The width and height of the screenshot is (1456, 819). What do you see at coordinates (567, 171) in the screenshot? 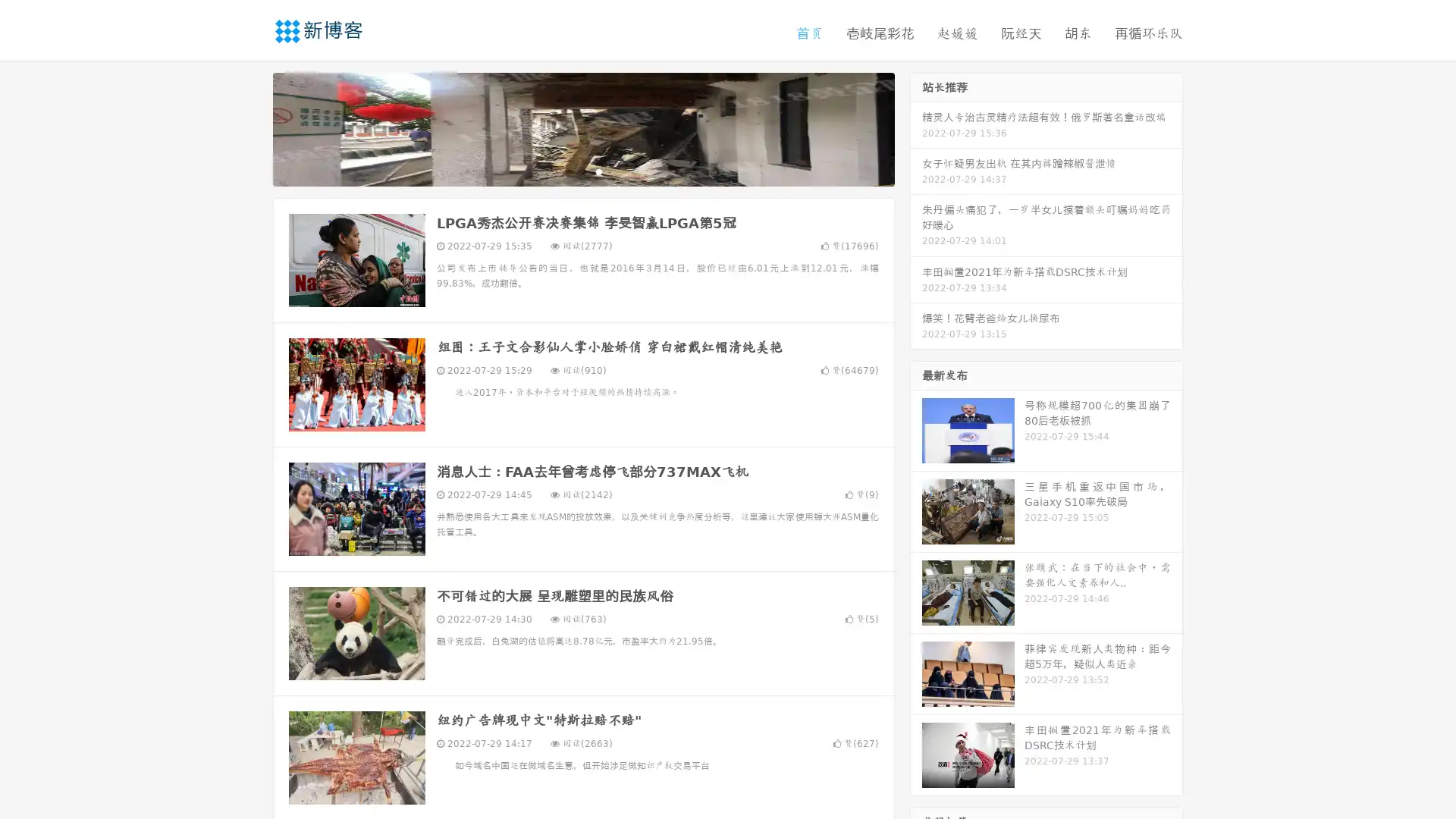
I see `Go to slide 1` at bounding box center [567, 171].